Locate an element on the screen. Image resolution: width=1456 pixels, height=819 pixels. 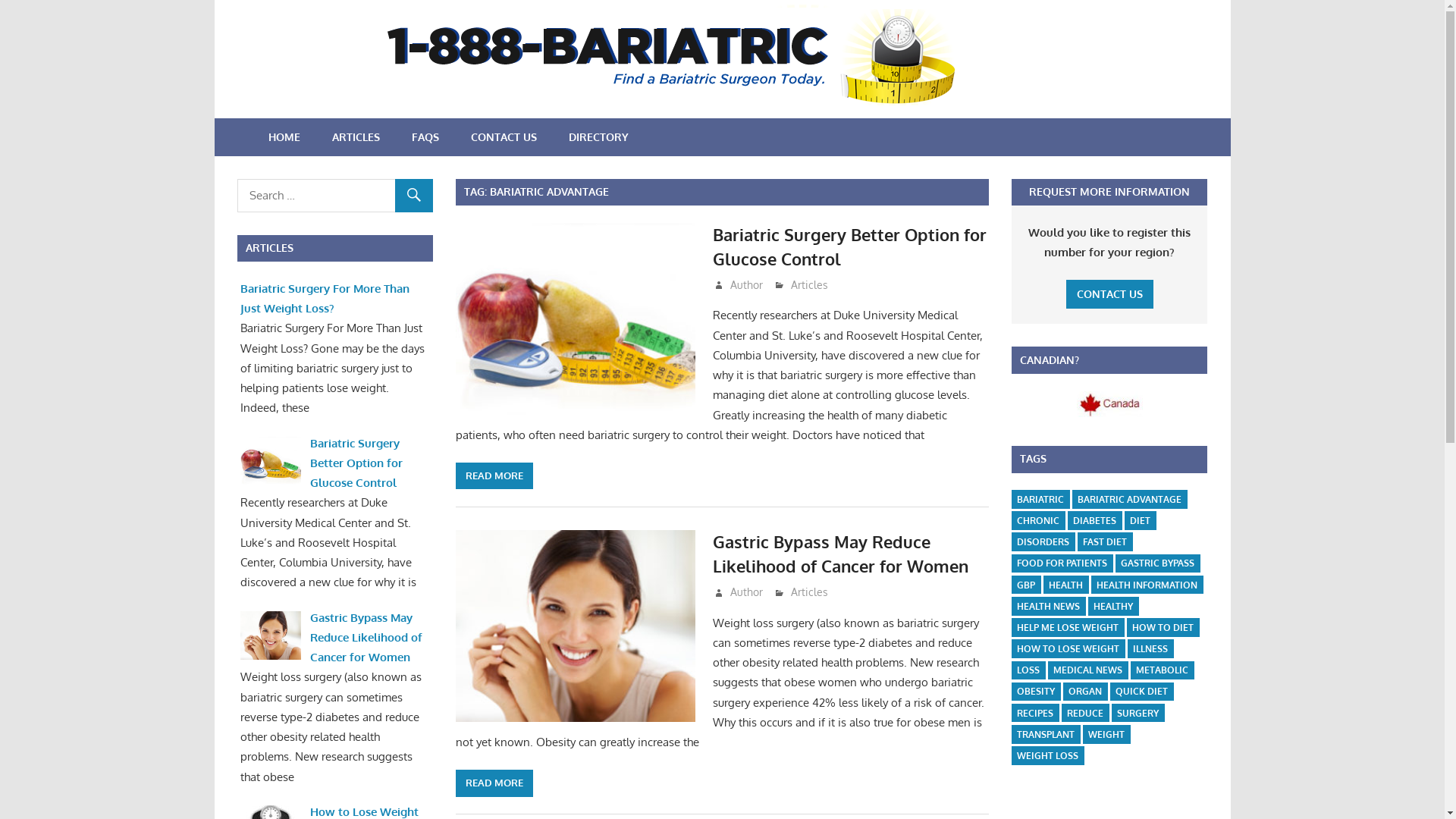
'HELP ME LOSE WEIGHT' is located at coordinates (1066, 627).